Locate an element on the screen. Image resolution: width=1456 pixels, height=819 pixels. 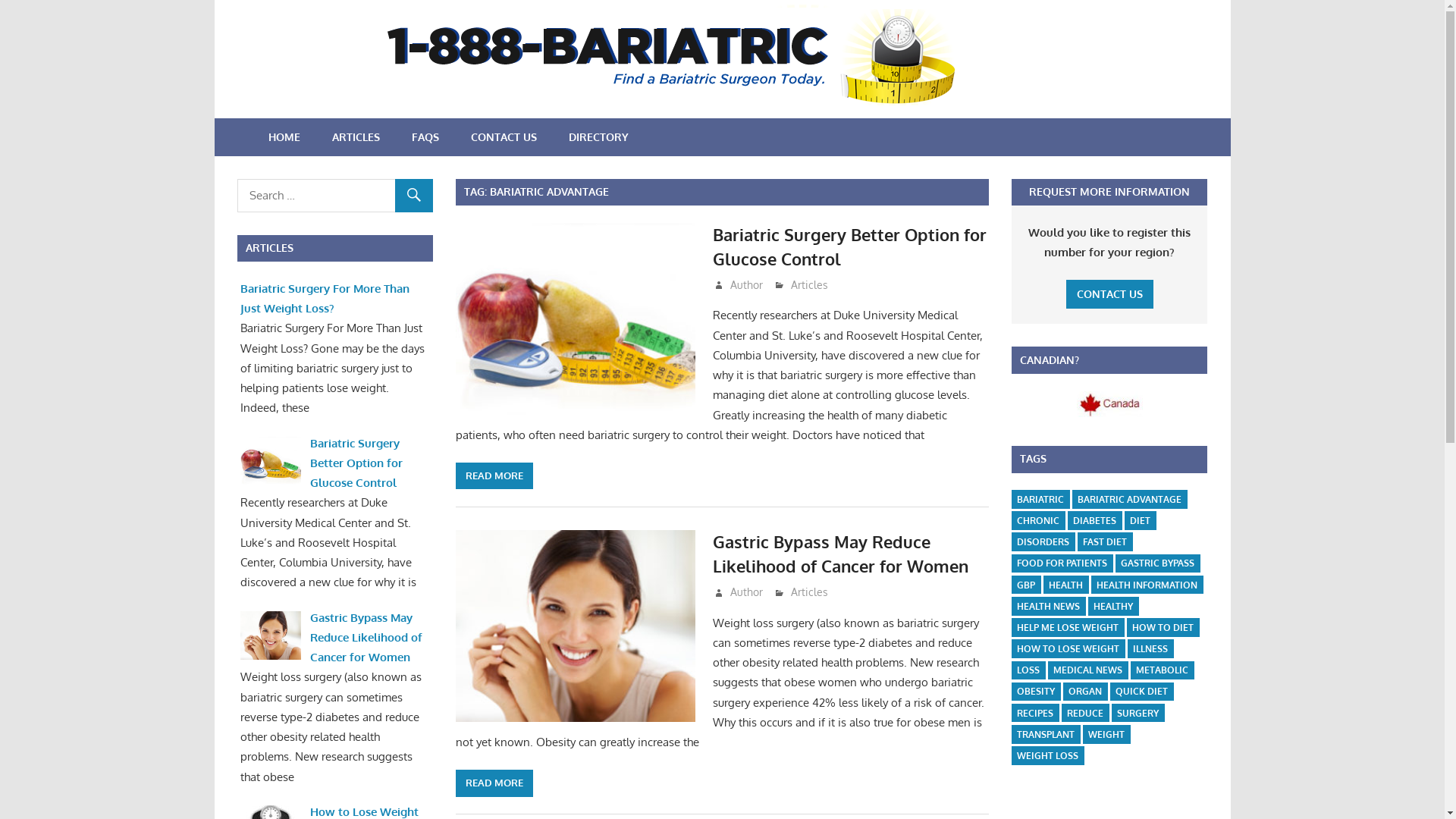
'HELP ME LOSE WEIGHT' is located at coordinates (1066, 627).